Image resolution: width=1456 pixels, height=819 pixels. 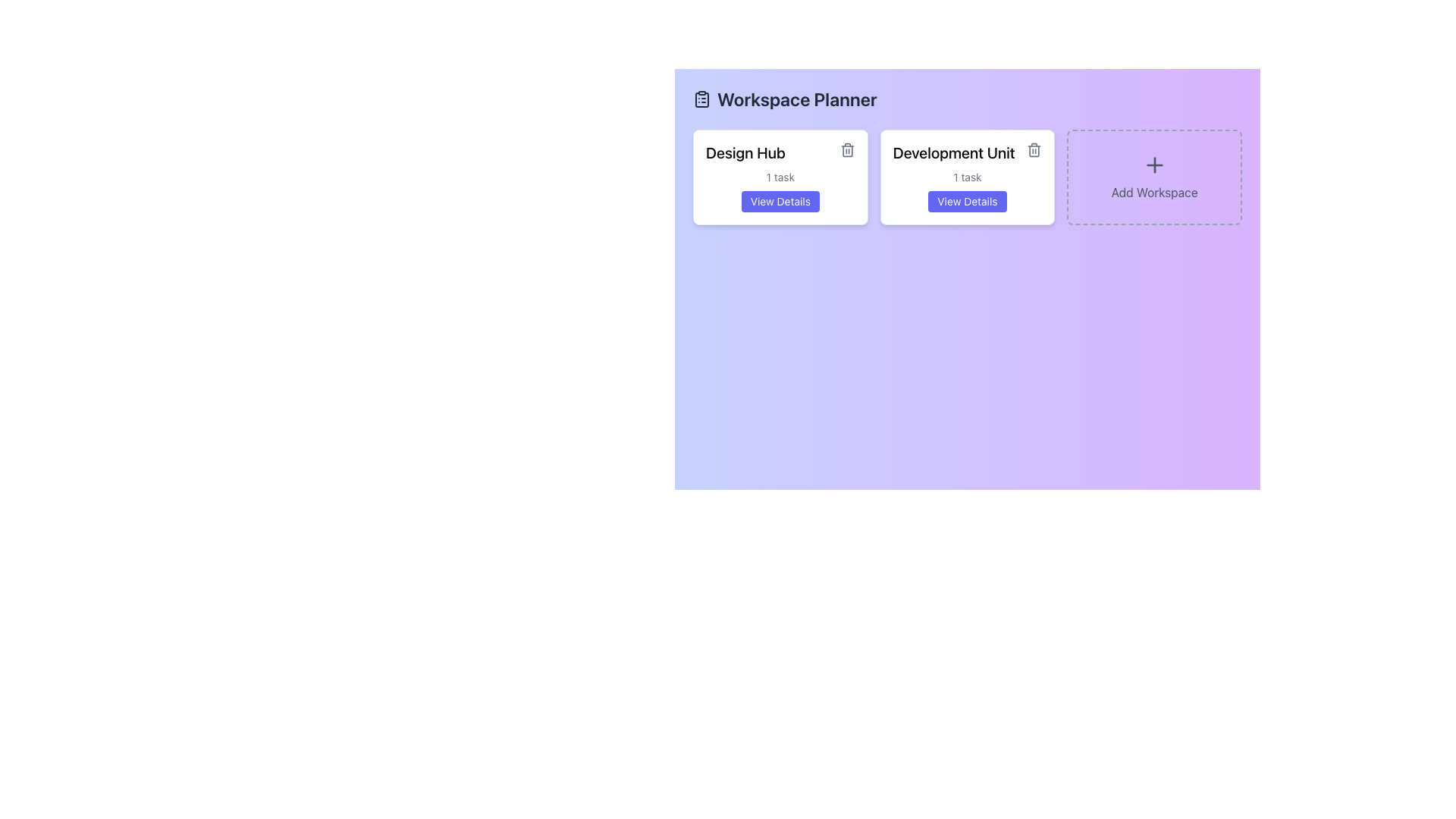 What do you see at coordinates (967, 155) in the screenshot?
I see `the text label that serves as the title for the card, which is positioned at the top-left of the second card in the layout, aligned horizontally with the trash icon to its right` at bounding box center [967, 155].